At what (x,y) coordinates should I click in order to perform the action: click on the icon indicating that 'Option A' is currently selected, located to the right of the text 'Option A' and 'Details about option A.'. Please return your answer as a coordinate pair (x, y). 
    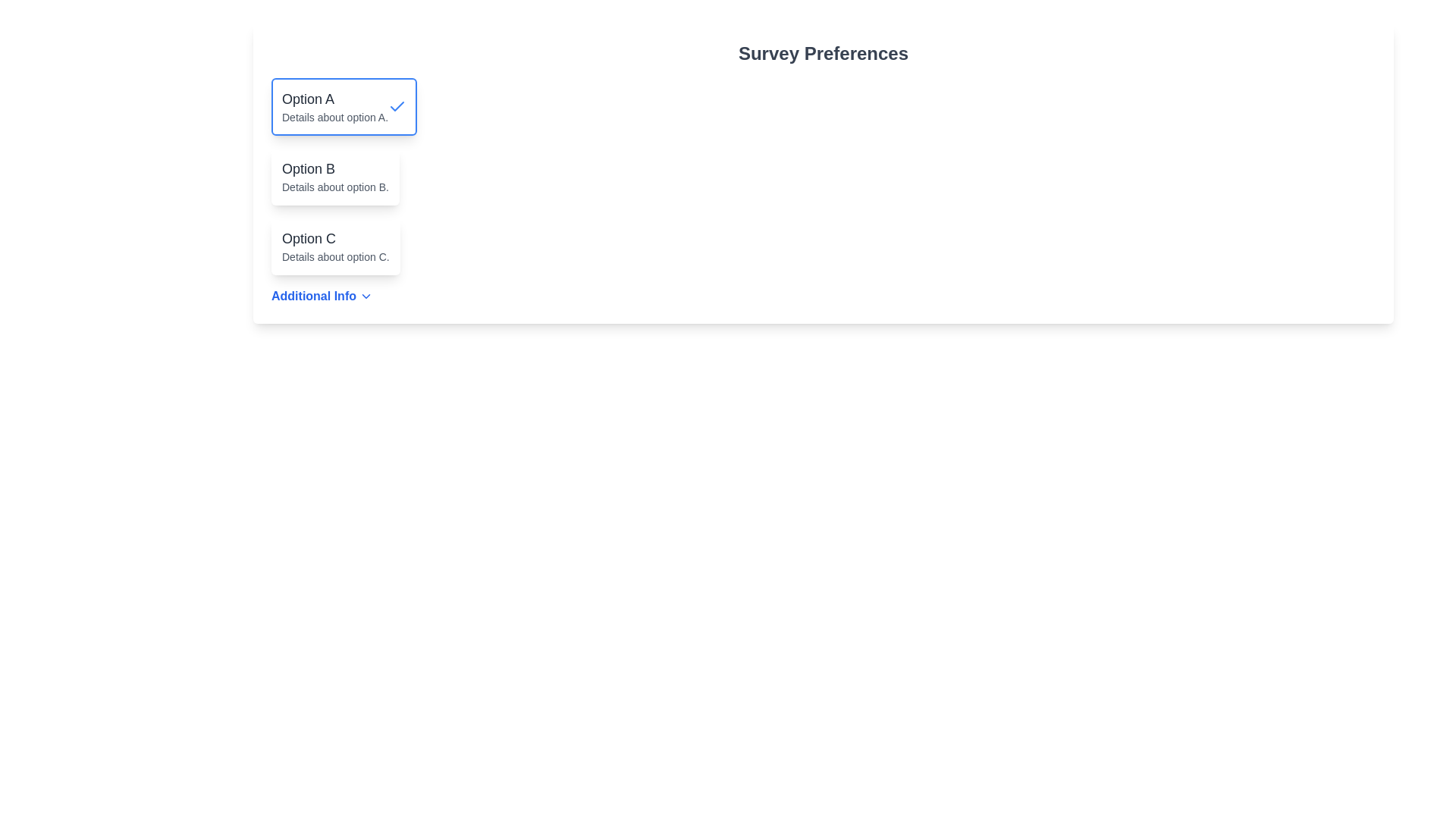
    Looking at the image, I should click on (397, 106).